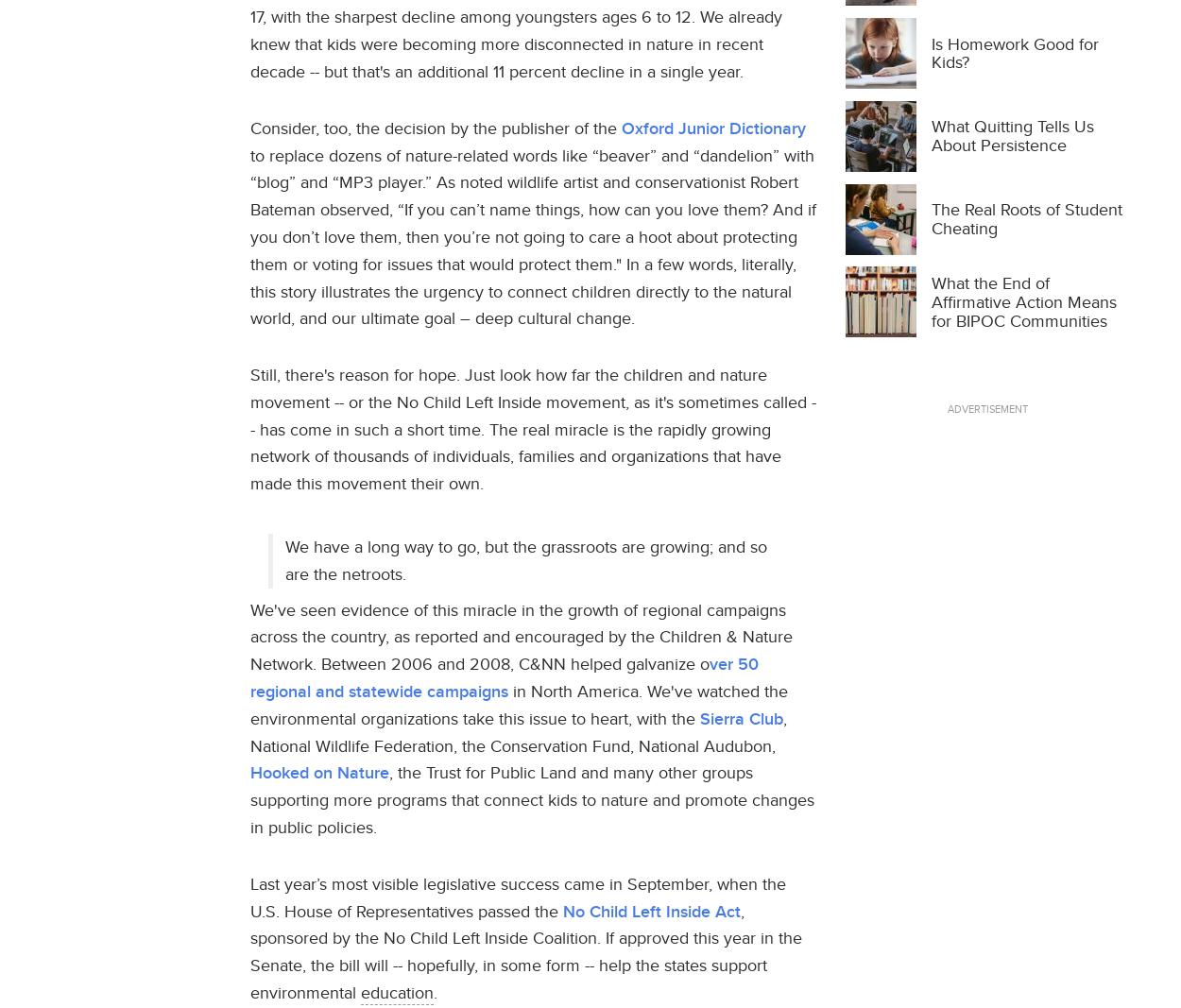 This screenshot has width=1181, height=1008. I want to click on 'What the End of Affirmative Action Means for BIPOC Communities', so click(930, 301).